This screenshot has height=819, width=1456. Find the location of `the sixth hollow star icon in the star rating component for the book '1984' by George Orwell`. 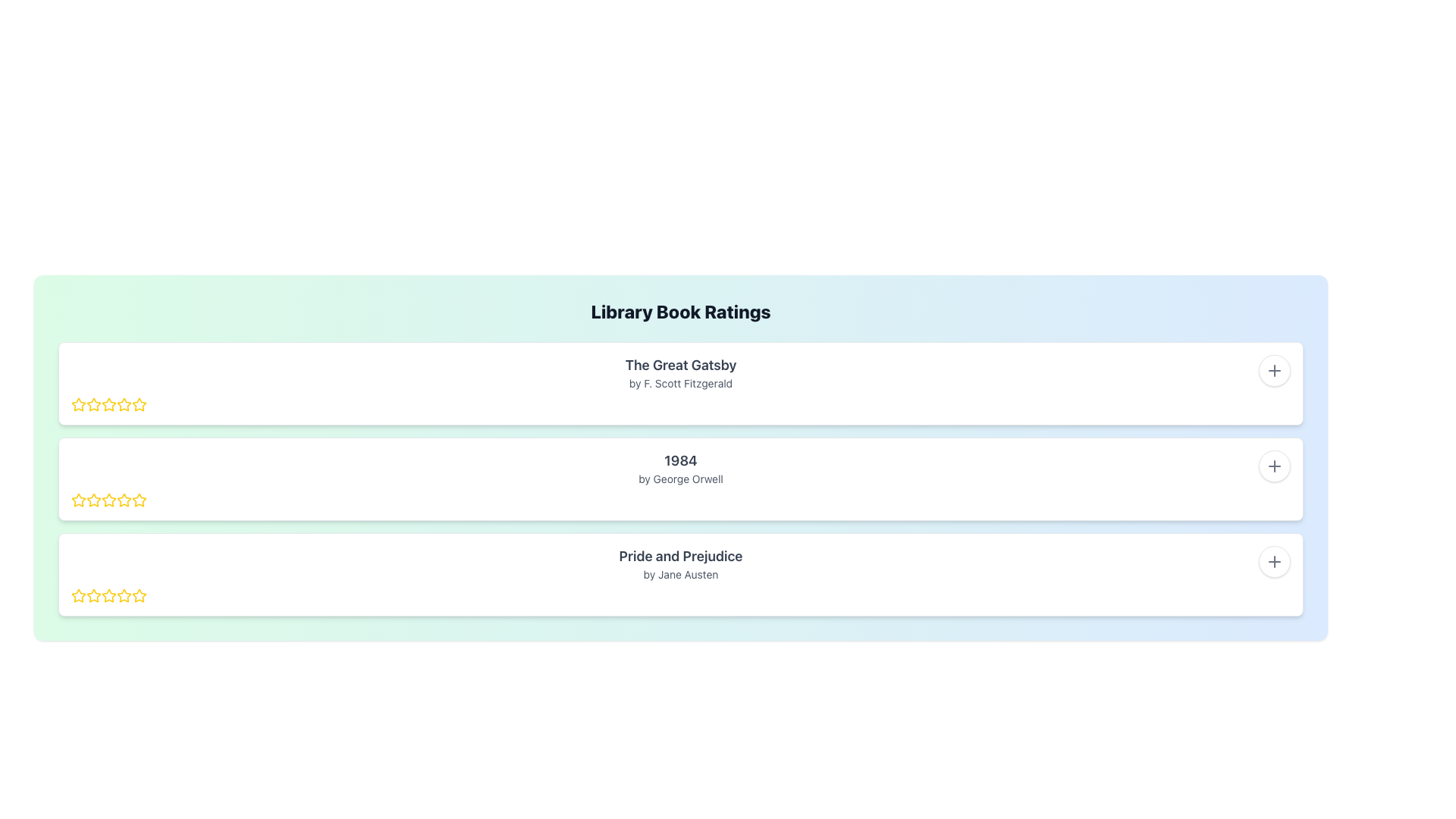

the sixth hollow star icon in the star rating component for the book '1984' by George Orwell is located at coordinates (124, 500).